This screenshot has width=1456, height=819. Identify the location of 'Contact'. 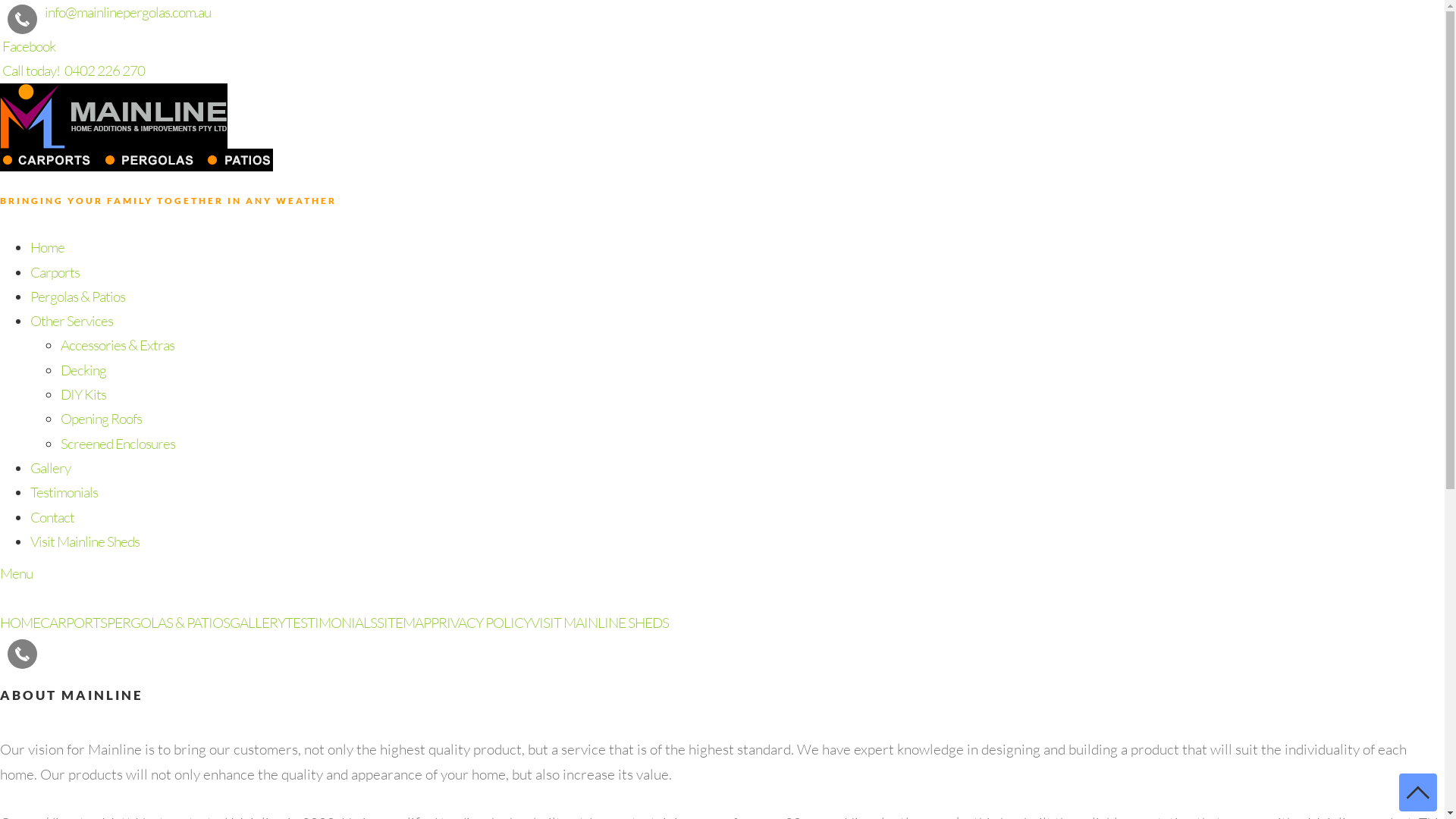
(52, 516).